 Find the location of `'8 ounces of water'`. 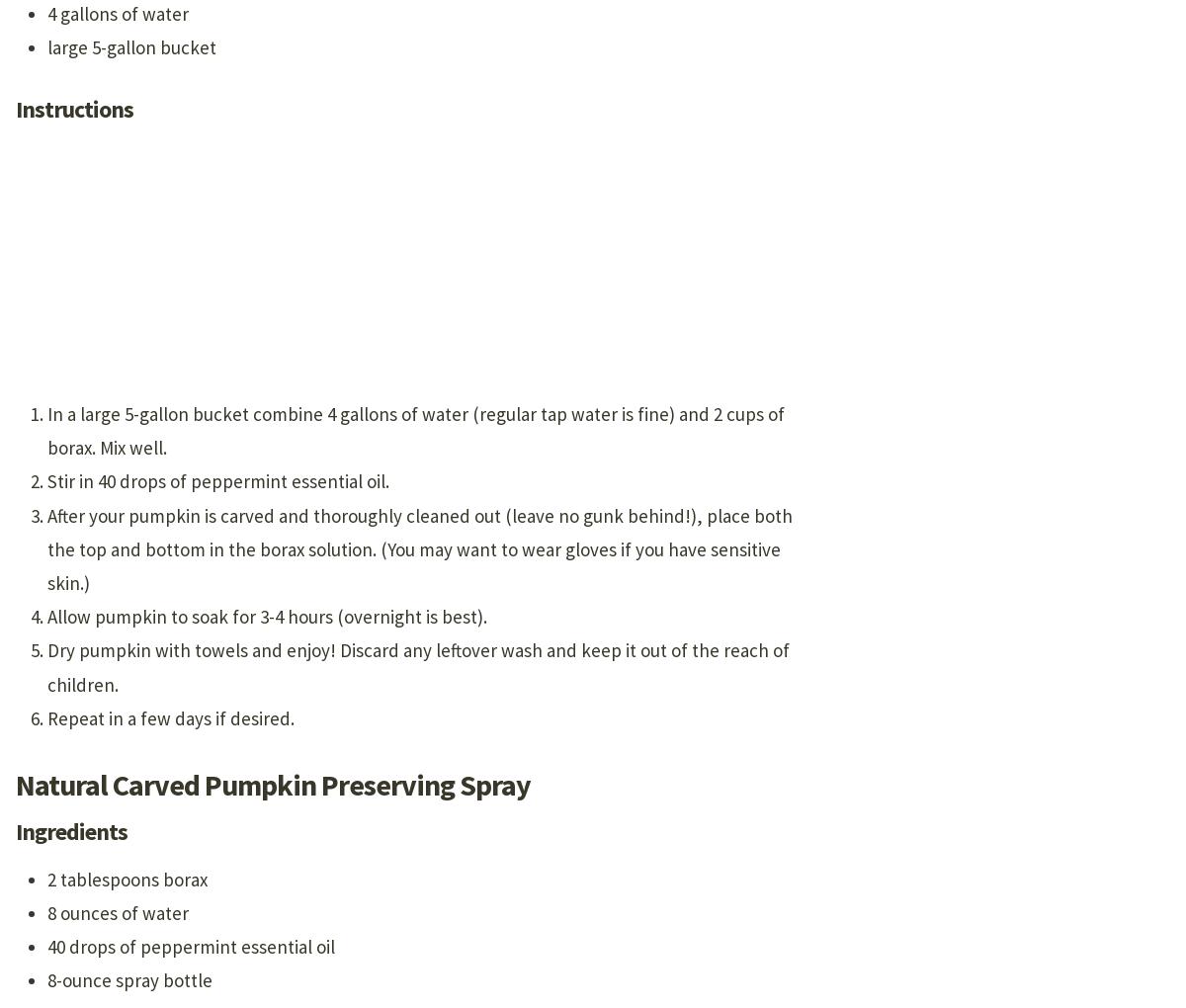

'8 ounces of water' is located at coordinates (47, 911).